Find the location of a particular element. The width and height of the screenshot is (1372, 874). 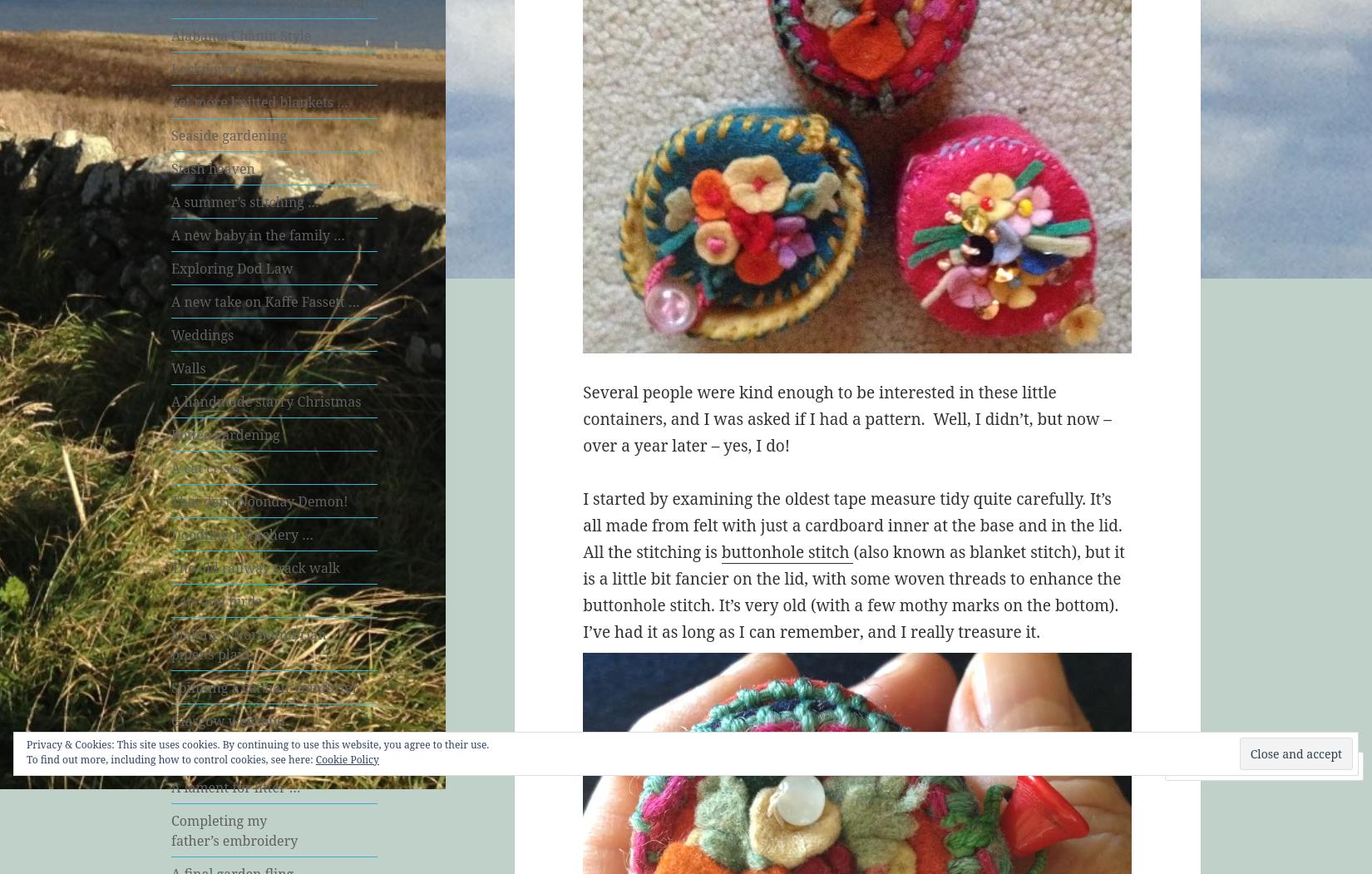

'Christmas cards' is located at coordinates (221, 753).